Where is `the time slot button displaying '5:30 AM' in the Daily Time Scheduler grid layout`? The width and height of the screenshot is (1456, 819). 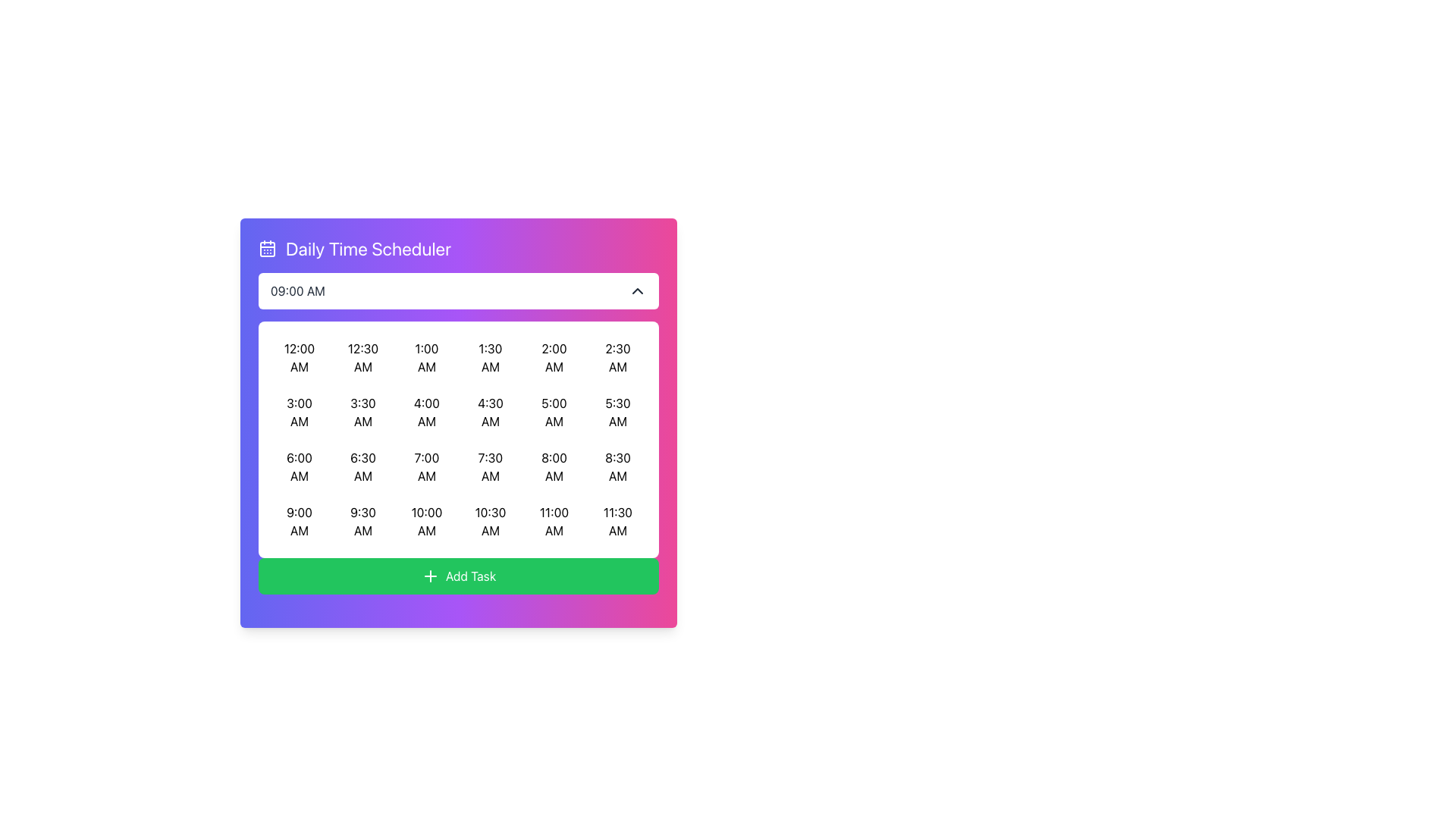 the time slot button displaying '5:30 AM' in the Daily Time Scheduler grid layout is located at coordinates (618, 412).